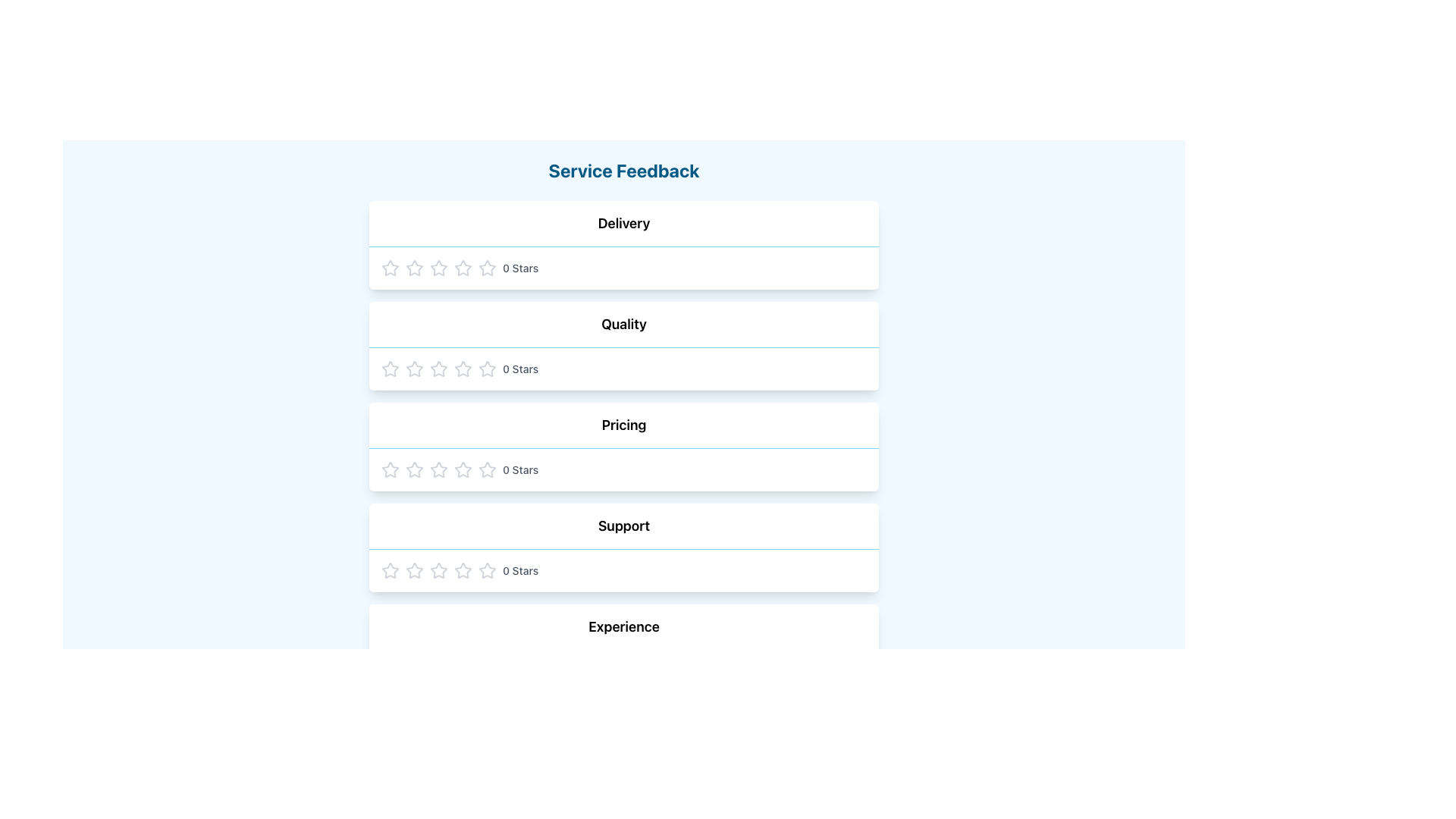 The image size is (1456, 819). What do you see at coordinates (623, 446) in the screenshot?
I see `the stars in the 'Pricing' rating card` at bounding box center [623, 446].